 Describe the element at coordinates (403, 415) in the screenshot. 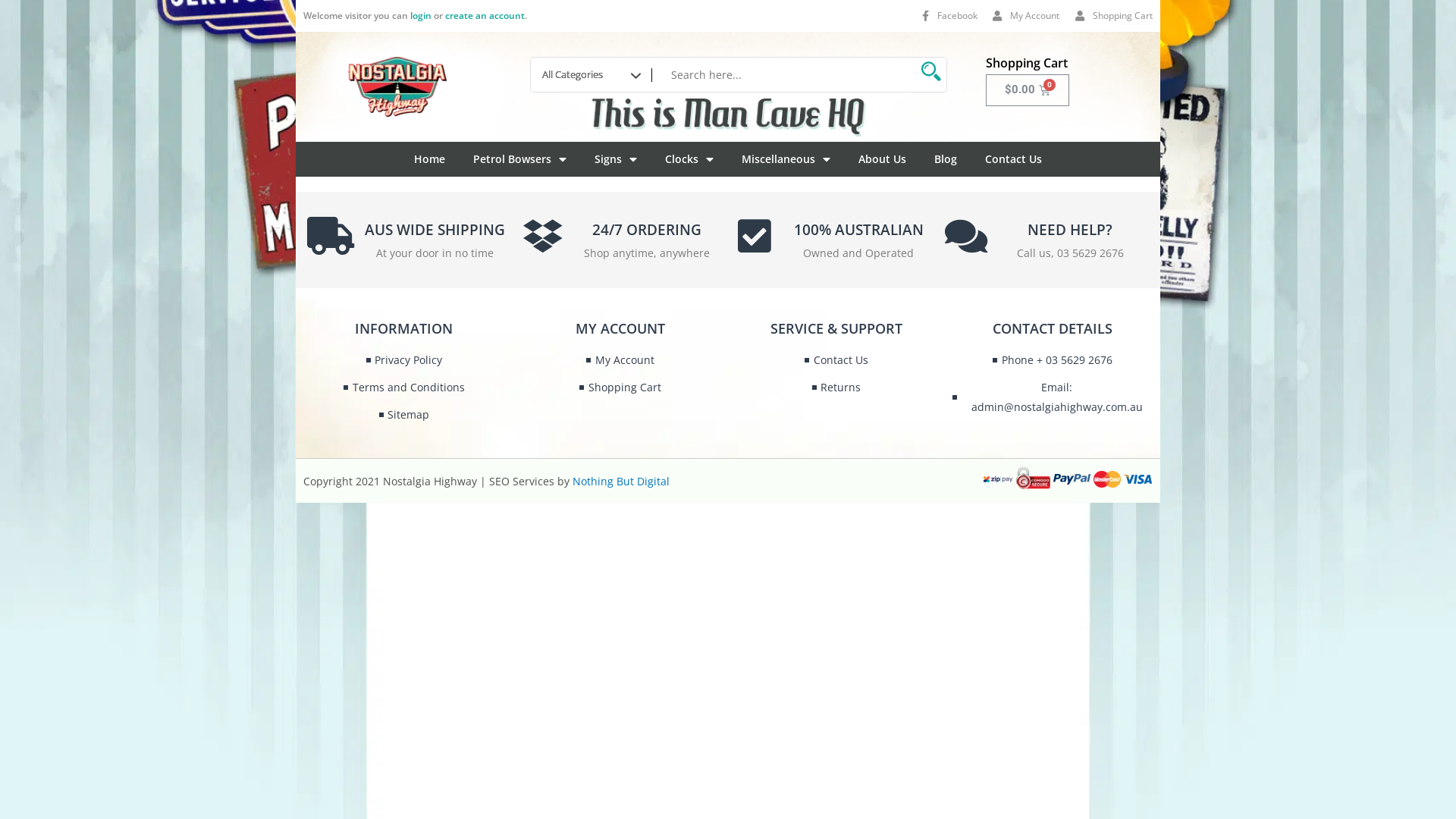

I see `'Sitemap'` at that location.